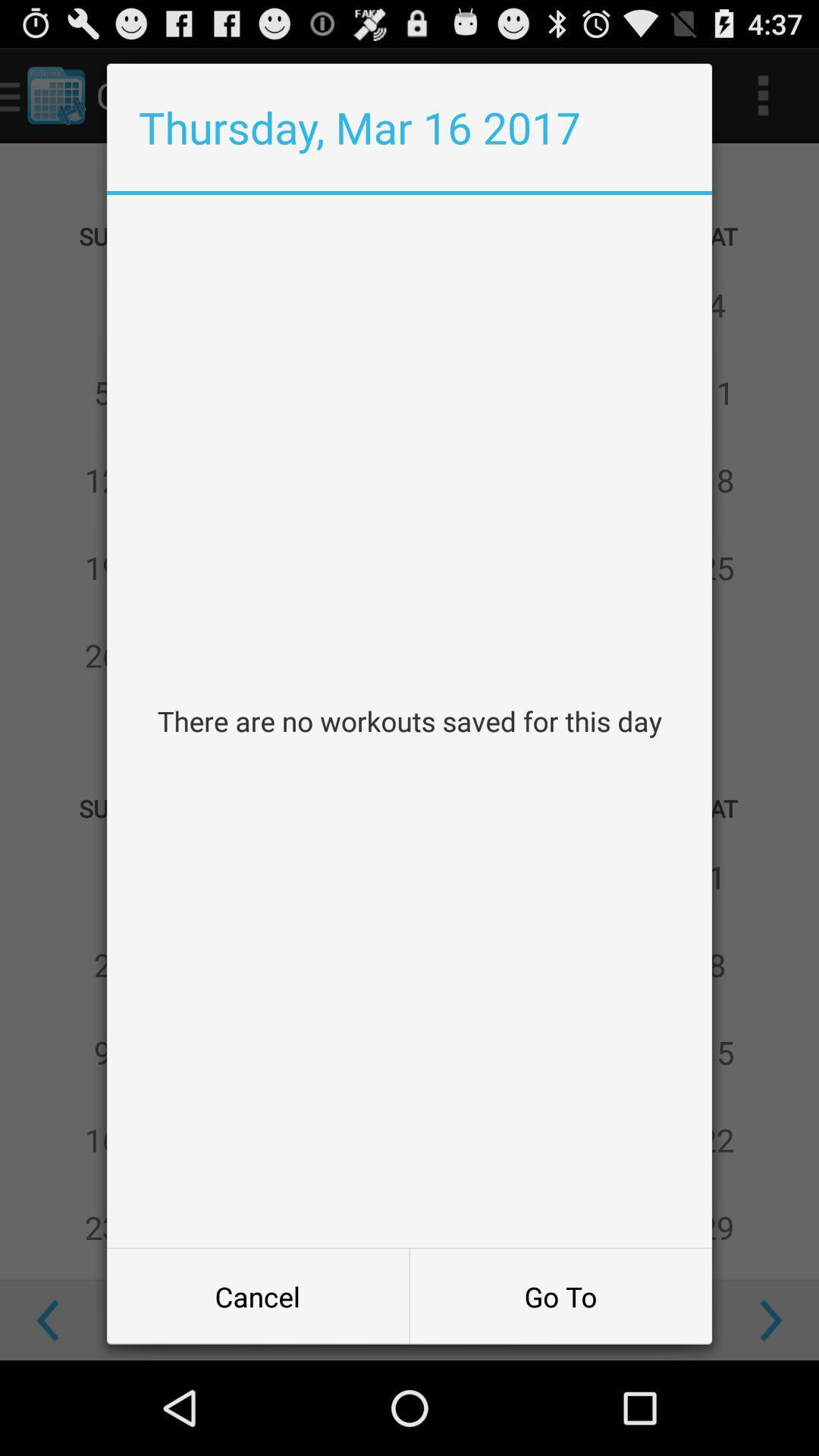 Image resolution: width=819 pixels, height=1456 pixels. I want to click on the go to button, so click(560, 1295).